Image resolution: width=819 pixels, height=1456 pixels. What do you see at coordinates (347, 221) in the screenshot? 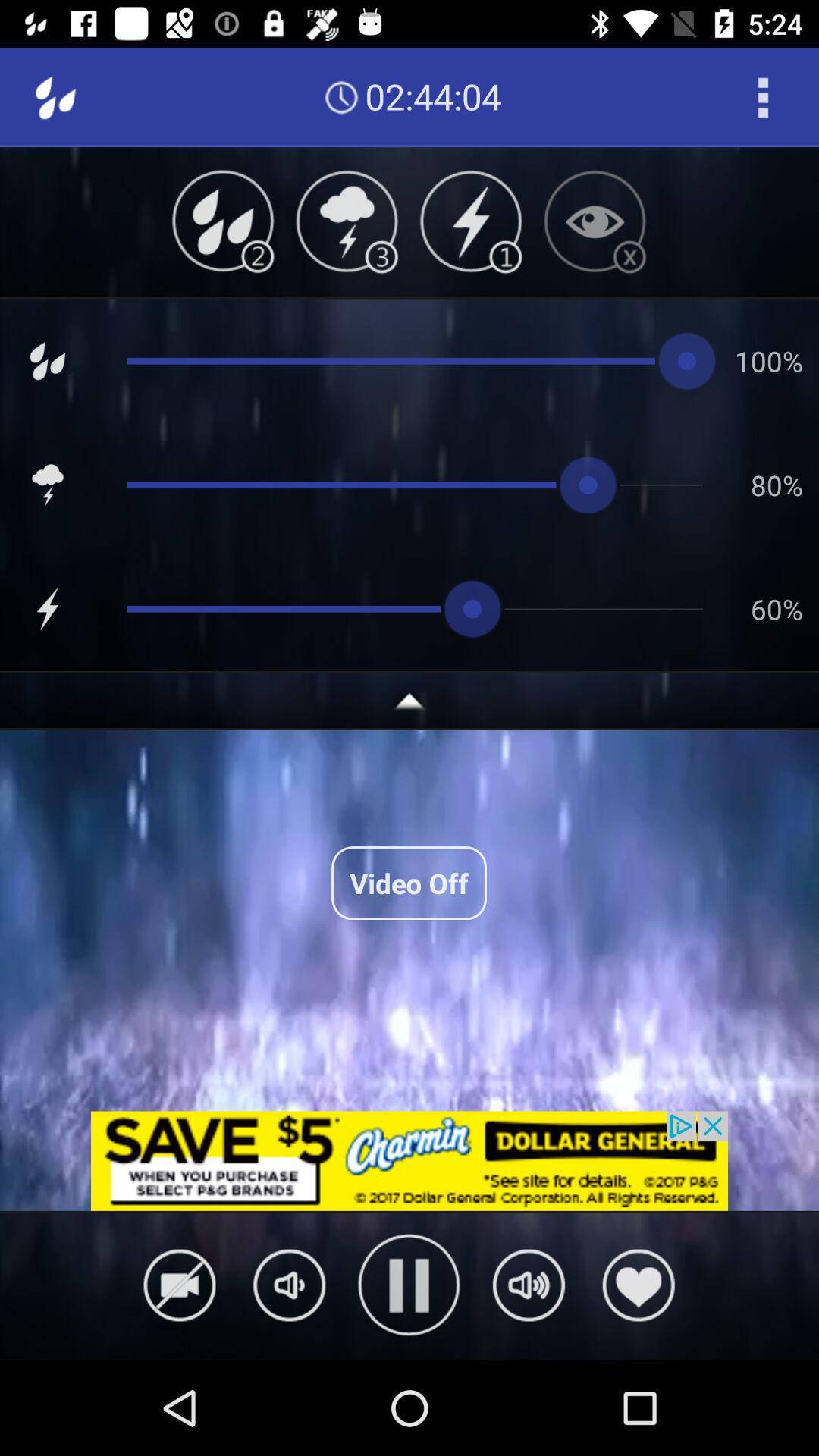
I see `the weather icon` at bounding box center [347, 221].